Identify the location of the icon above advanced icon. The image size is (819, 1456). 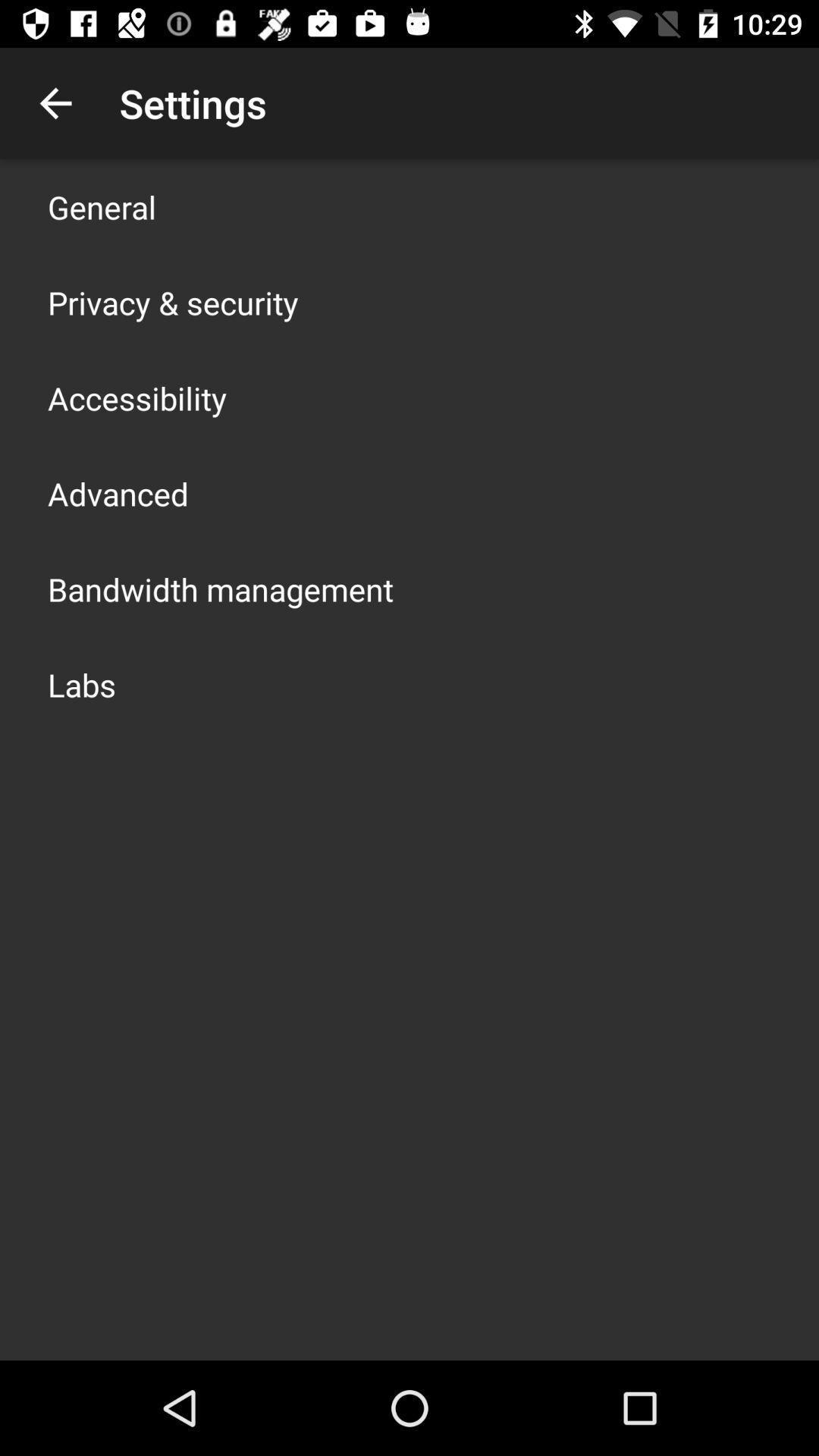
(137, 397).